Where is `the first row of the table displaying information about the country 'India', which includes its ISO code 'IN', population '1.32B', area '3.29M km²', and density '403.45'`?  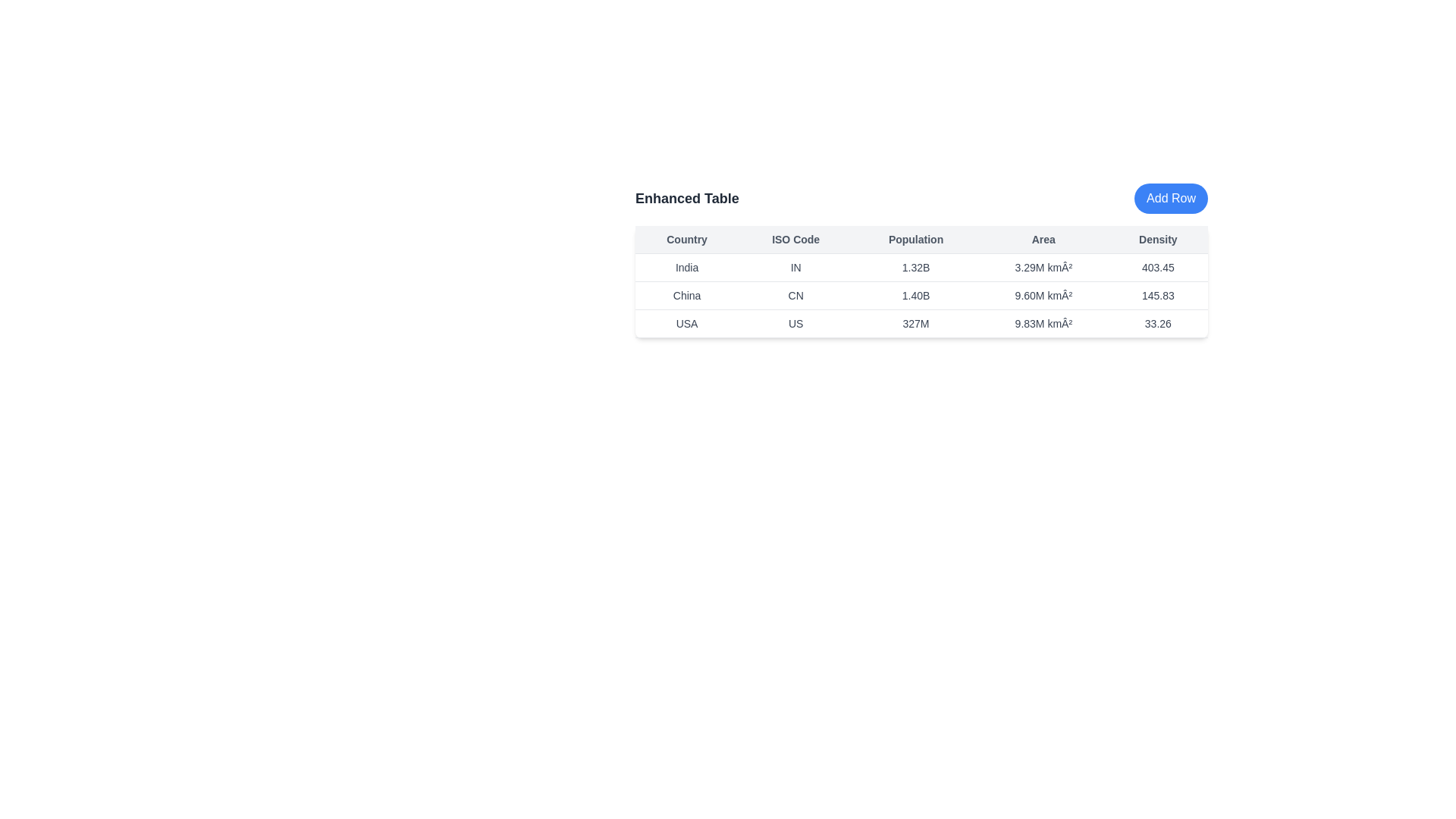
the first row of the table displaying information about the country 'India', which includes its ISO code 'IN', population '1.32B', area '3.29M km²', and density '403.45' is located at coordinates (921, 267).